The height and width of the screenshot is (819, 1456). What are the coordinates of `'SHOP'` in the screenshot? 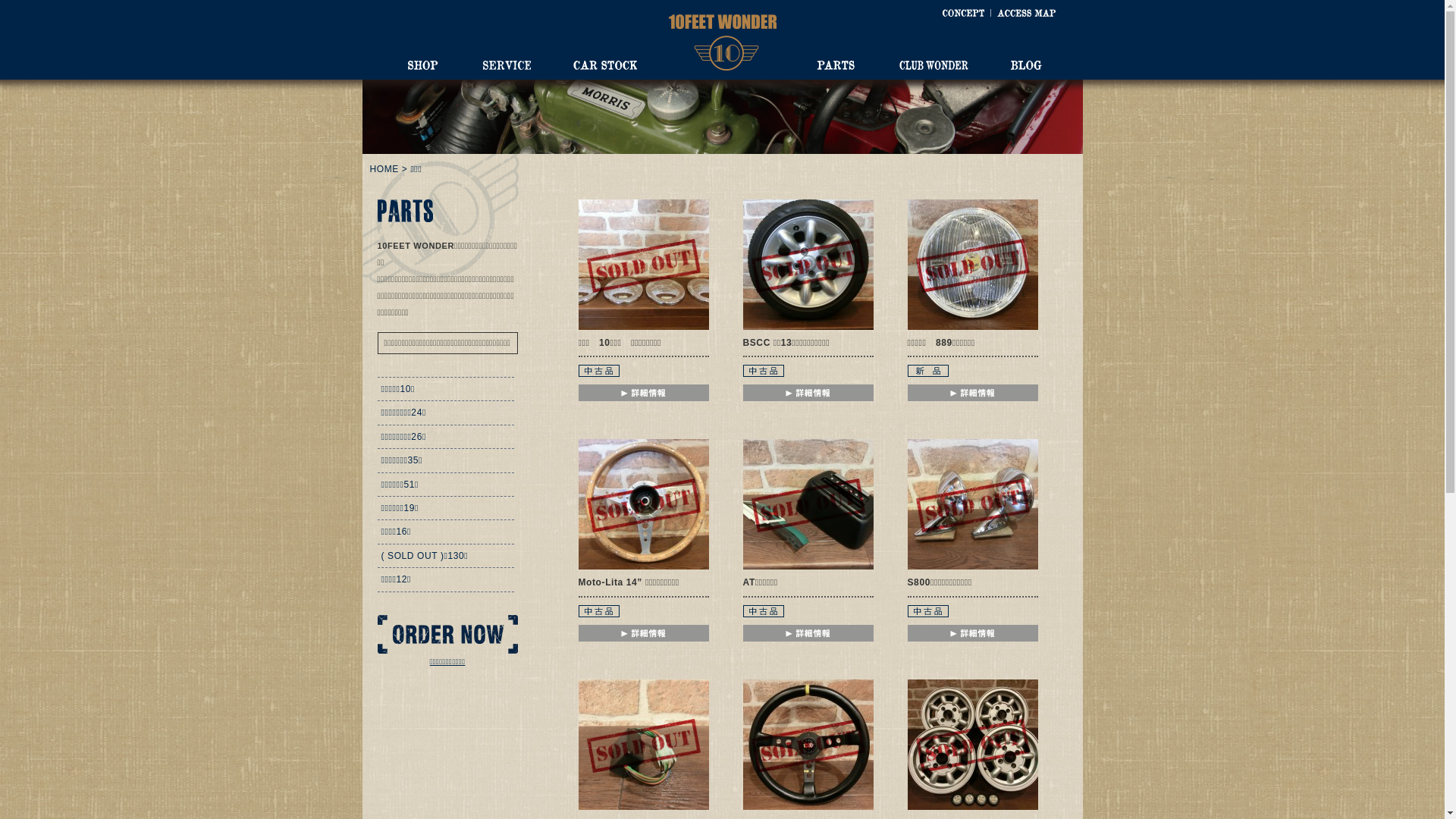 It's located at (422, 64).